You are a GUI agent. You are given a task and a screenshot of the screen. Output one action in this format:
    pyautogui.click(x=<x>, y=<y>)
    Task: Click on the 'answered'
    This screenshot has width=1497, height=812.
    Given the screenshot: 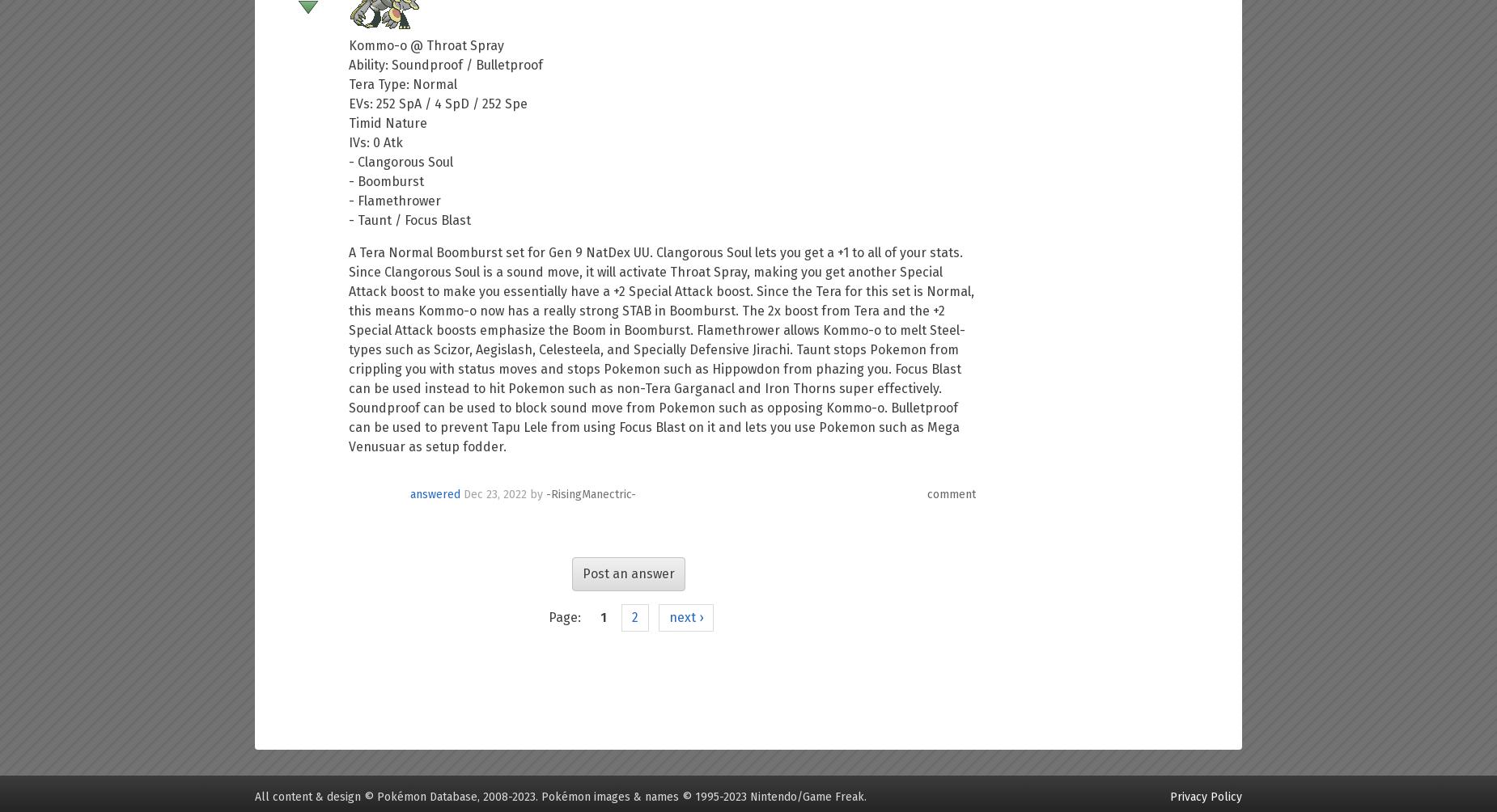 What is the action you would take?
    pyautogui.click(x=435, y=493)
    